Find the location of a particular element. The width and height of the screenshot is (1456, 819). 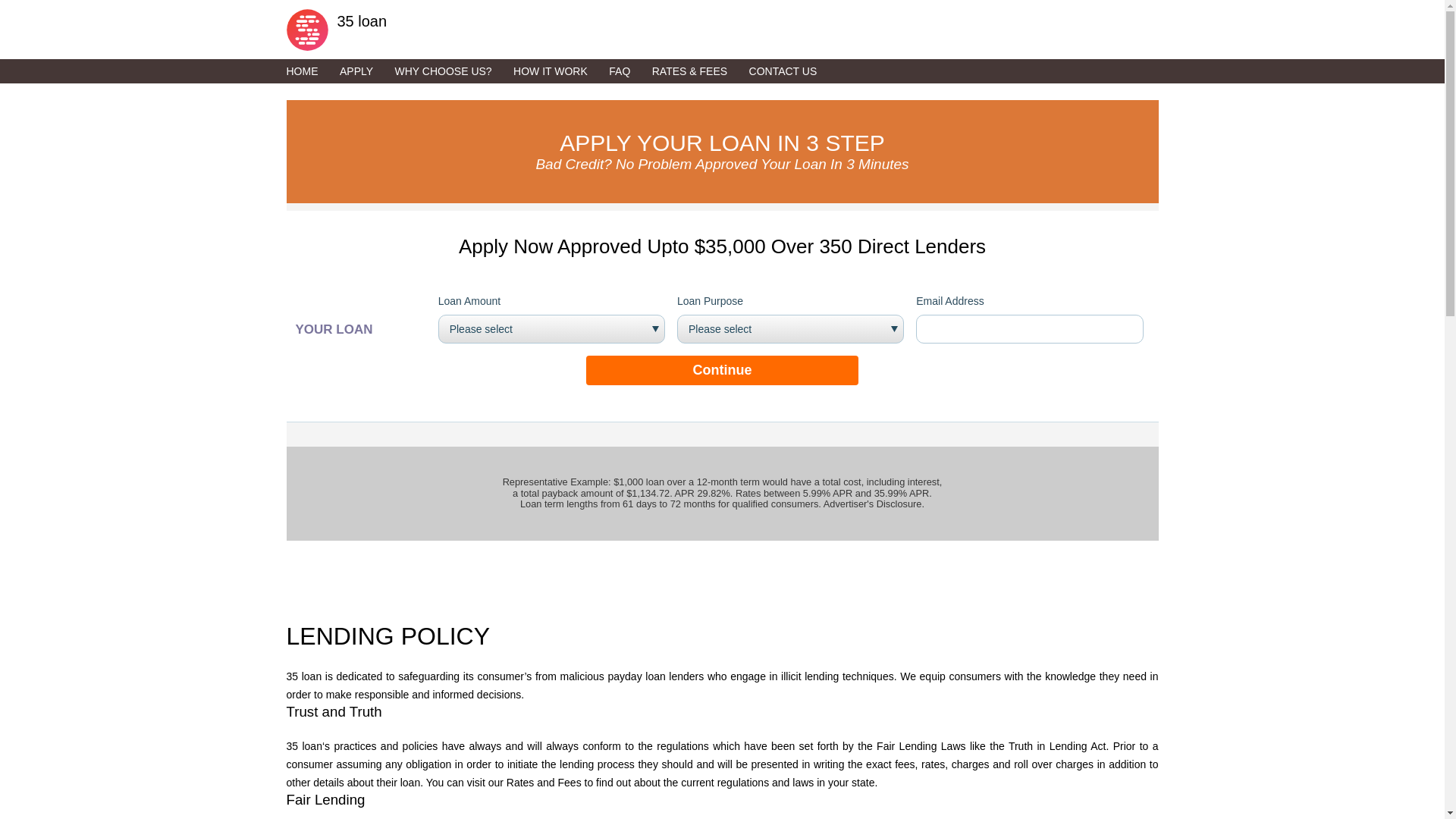

'WHY CHOOSE US?' is located at coordinates (451, 71).